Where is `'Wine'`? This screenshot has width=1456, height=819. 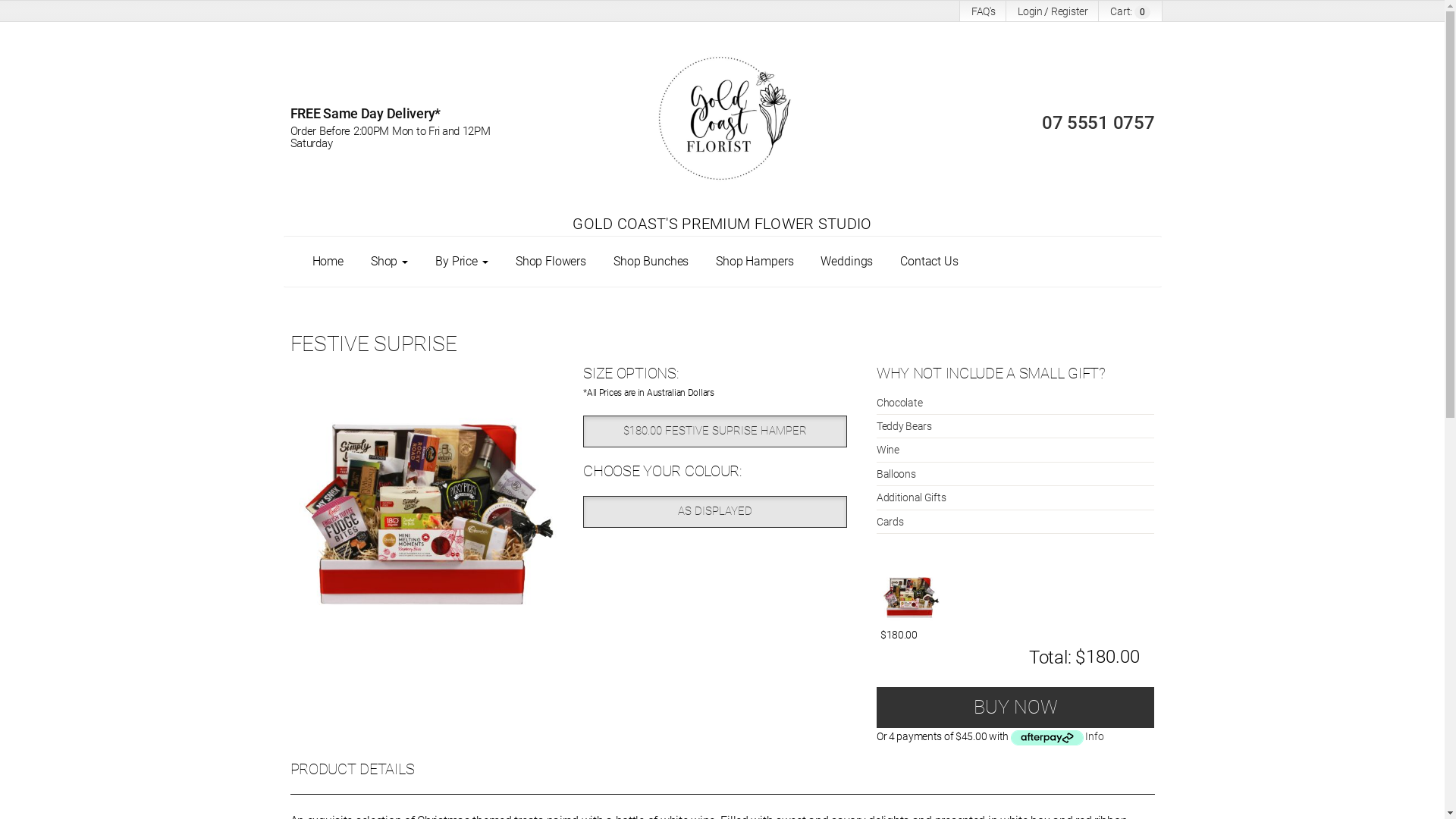 'Wine' is located at coordinates (1015, 449).